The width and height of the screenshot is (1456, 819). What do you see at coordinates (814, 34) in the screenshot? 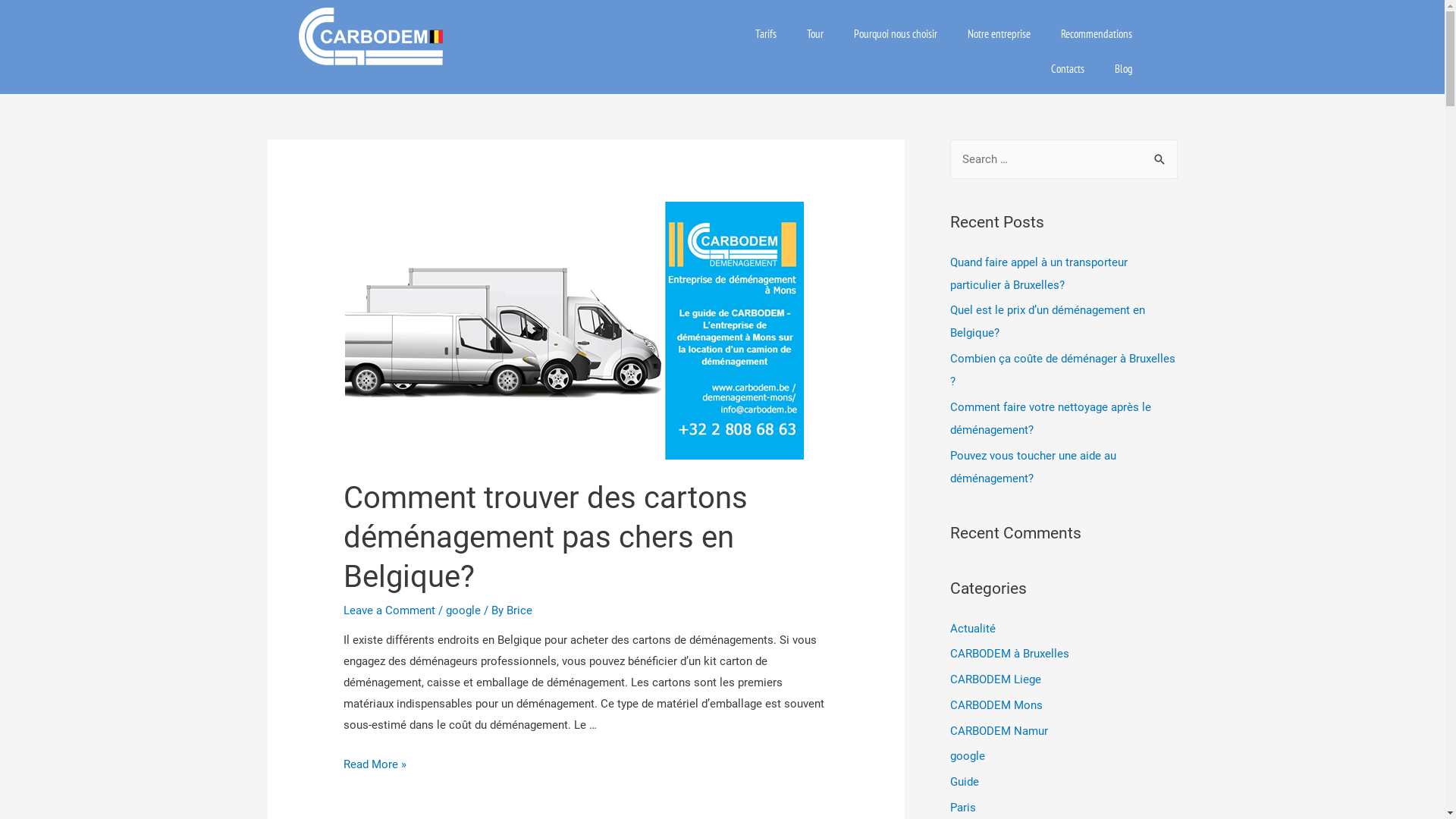
I see `'Tour'` at bounding box center [814, 34].